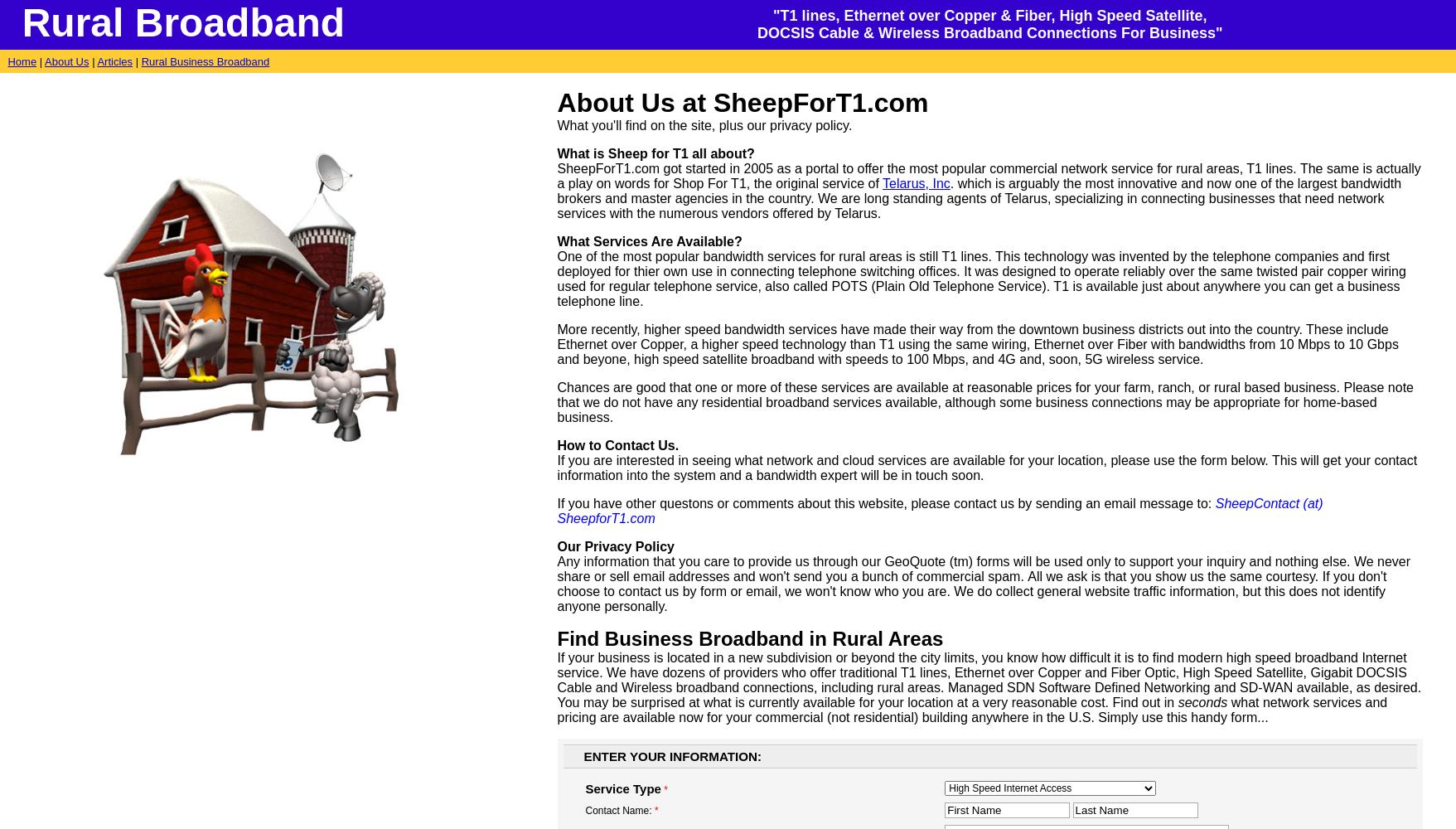 The image size is (1456, 829). I want to click on 'SheepContact (at) SheepforT1.com', so click(938, 510).